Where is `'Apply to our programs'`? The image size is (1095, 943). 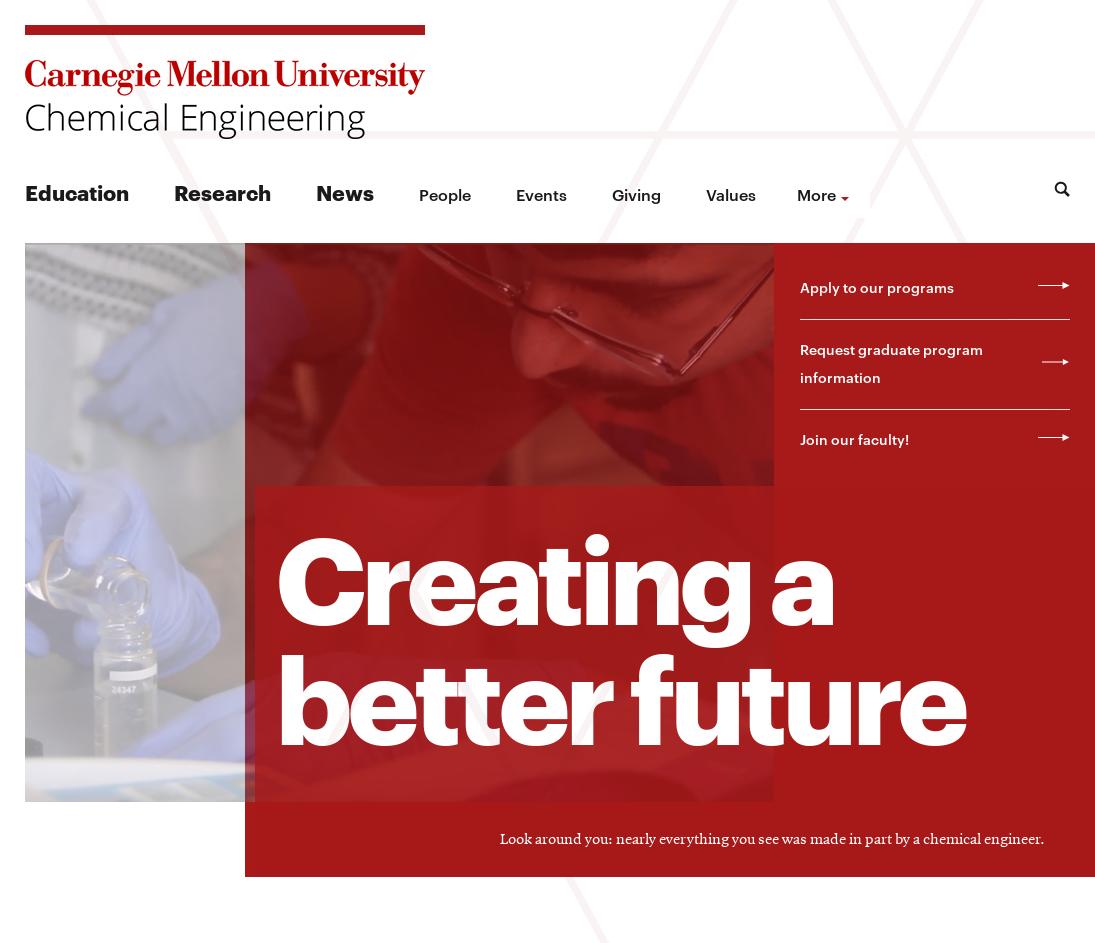
'Apply to our programs' is located at coordinates (875, 285).